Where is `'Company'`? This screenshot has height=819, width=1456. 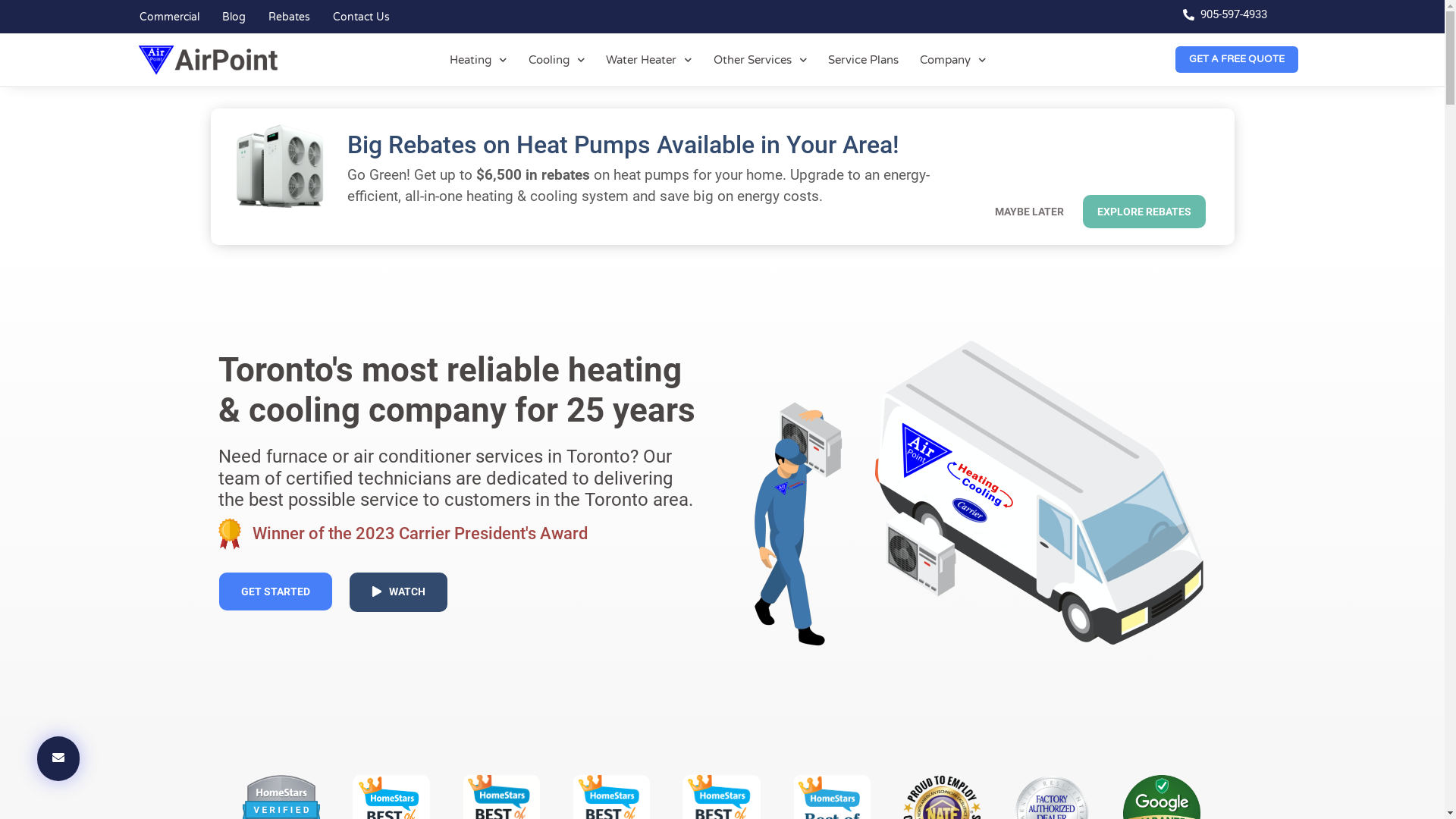
'Company' is located at coordinates (952, 58).